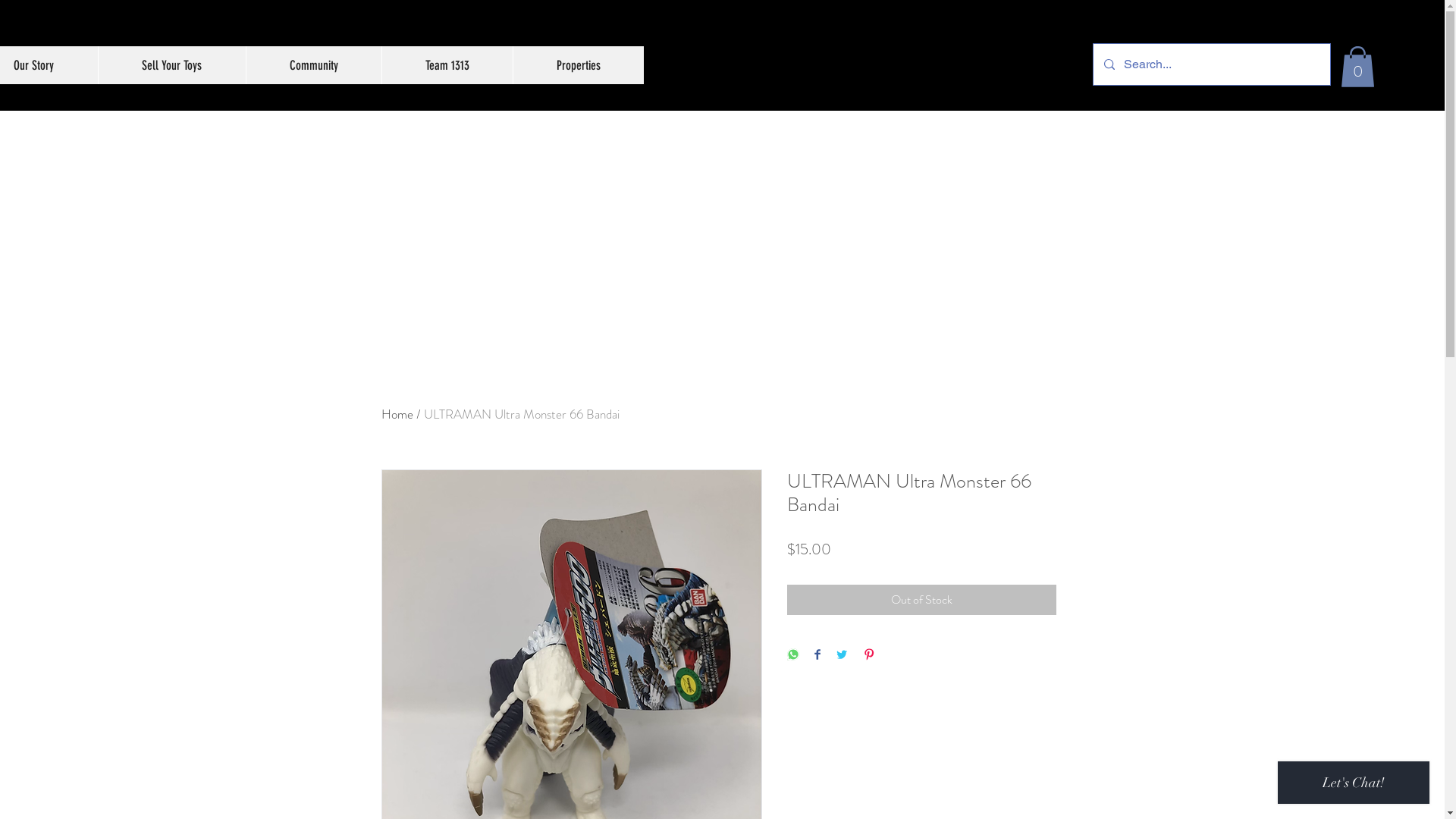  What do you see at coordinates (1357, 66) in the screenshot?
I see `'0'` at bounding box center [1357, 66].